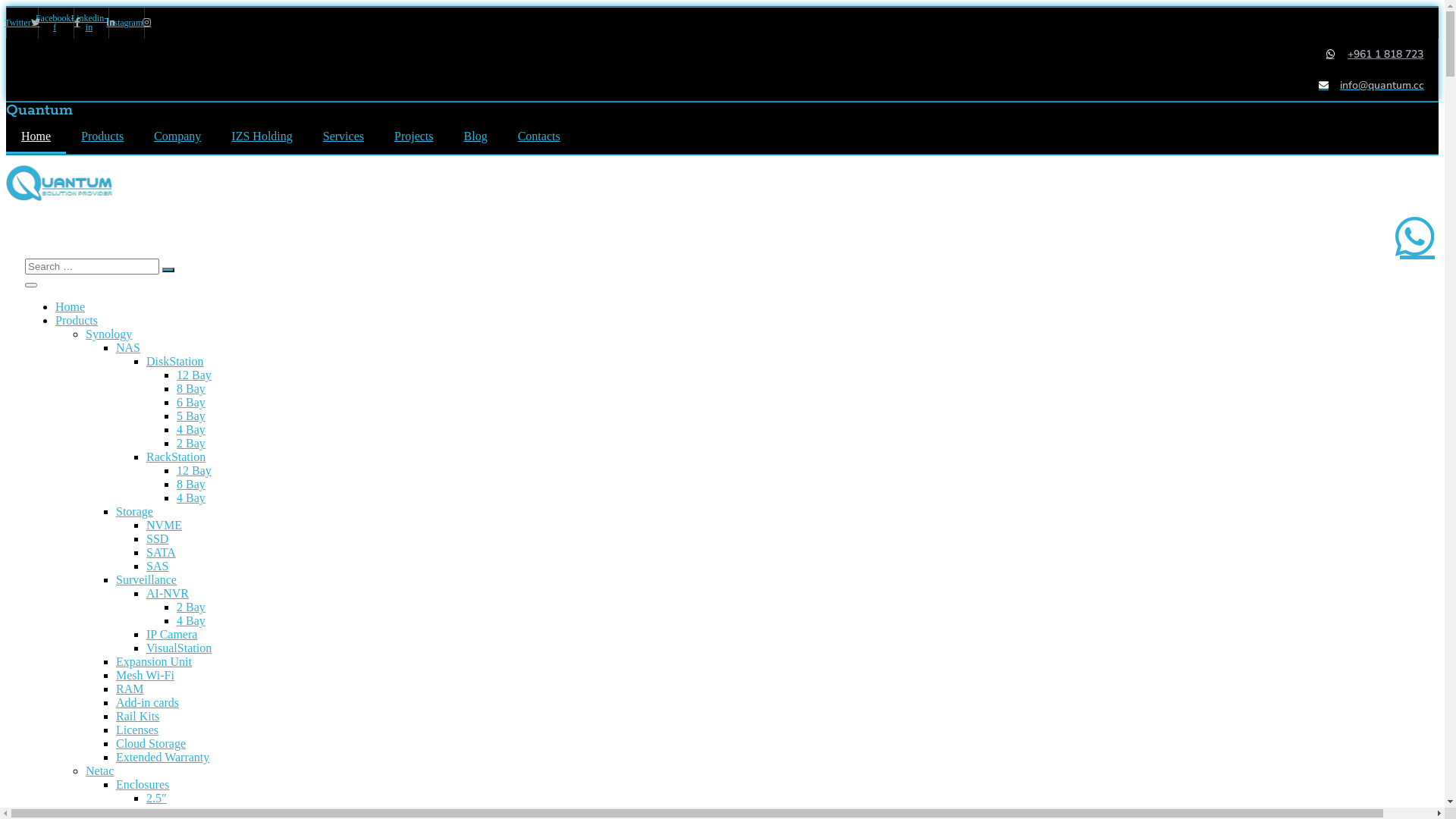  I want to click on '2 Bay', so click(190, 606).